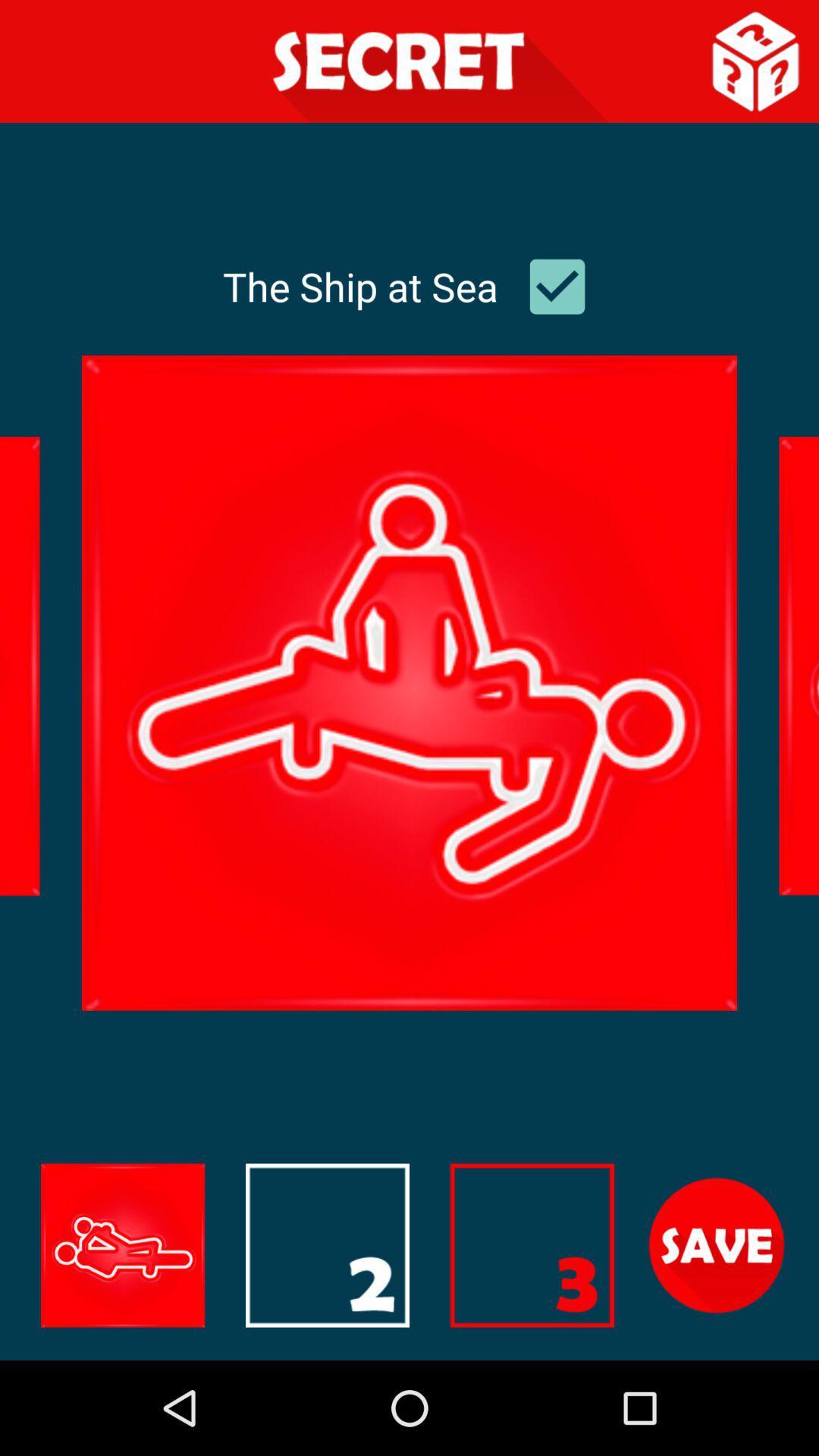  Describe the element at coordinates (532, 1245) in the screenshot. I see `third image` at that location.